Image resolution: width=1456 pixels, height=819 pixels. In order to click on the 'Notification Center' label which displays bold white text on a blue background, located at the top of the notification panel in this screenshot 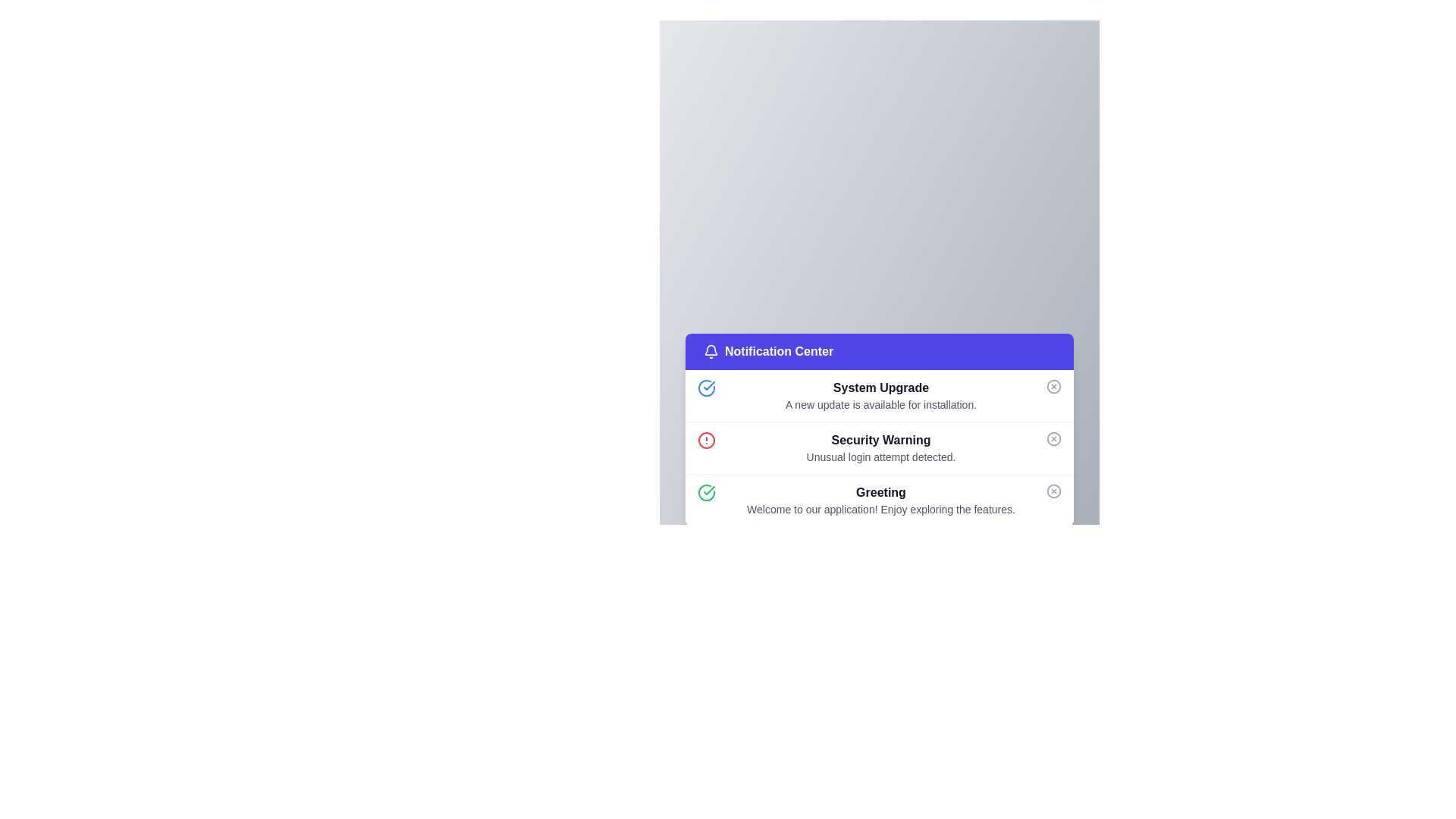, I will do `click(779, 351)`.